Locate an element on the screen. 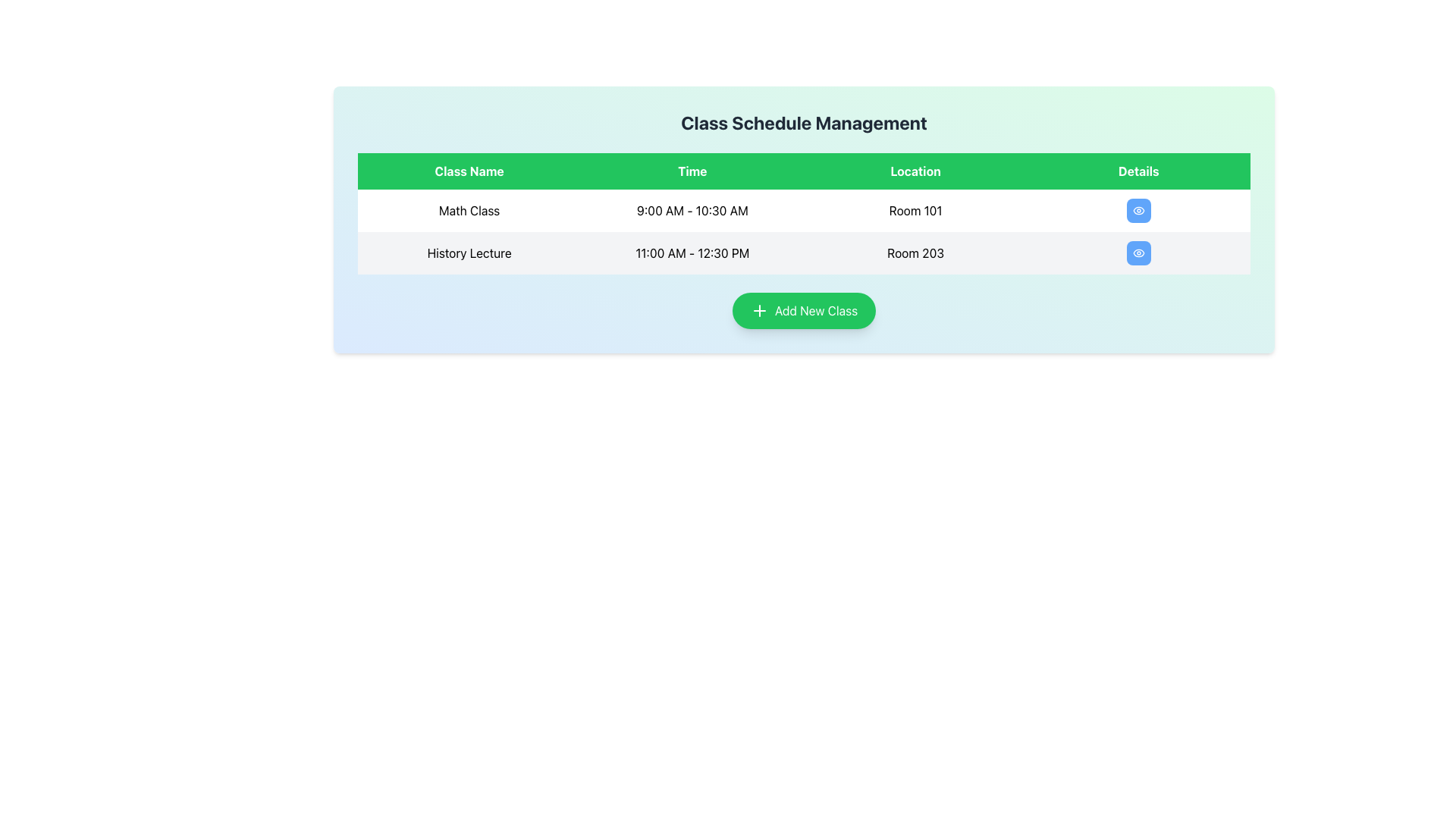  the Text label in the first column of the second row of the table, which displays the title of the class is located at coordinates (469, 253).